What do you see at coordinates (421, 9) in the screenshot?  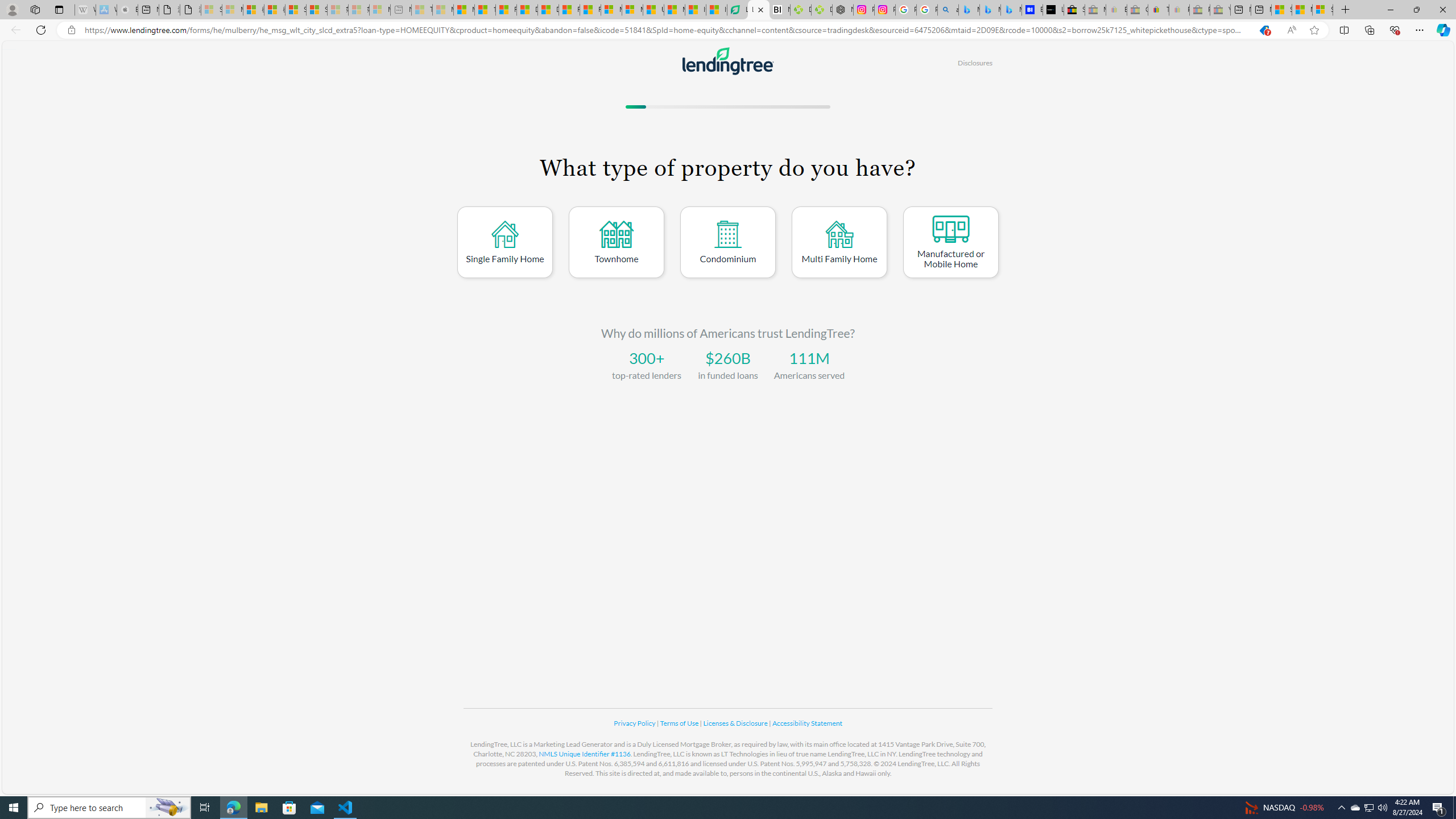 I see `'Top Stories - MSN - Sleeping'` at bounding box center [421, 9].